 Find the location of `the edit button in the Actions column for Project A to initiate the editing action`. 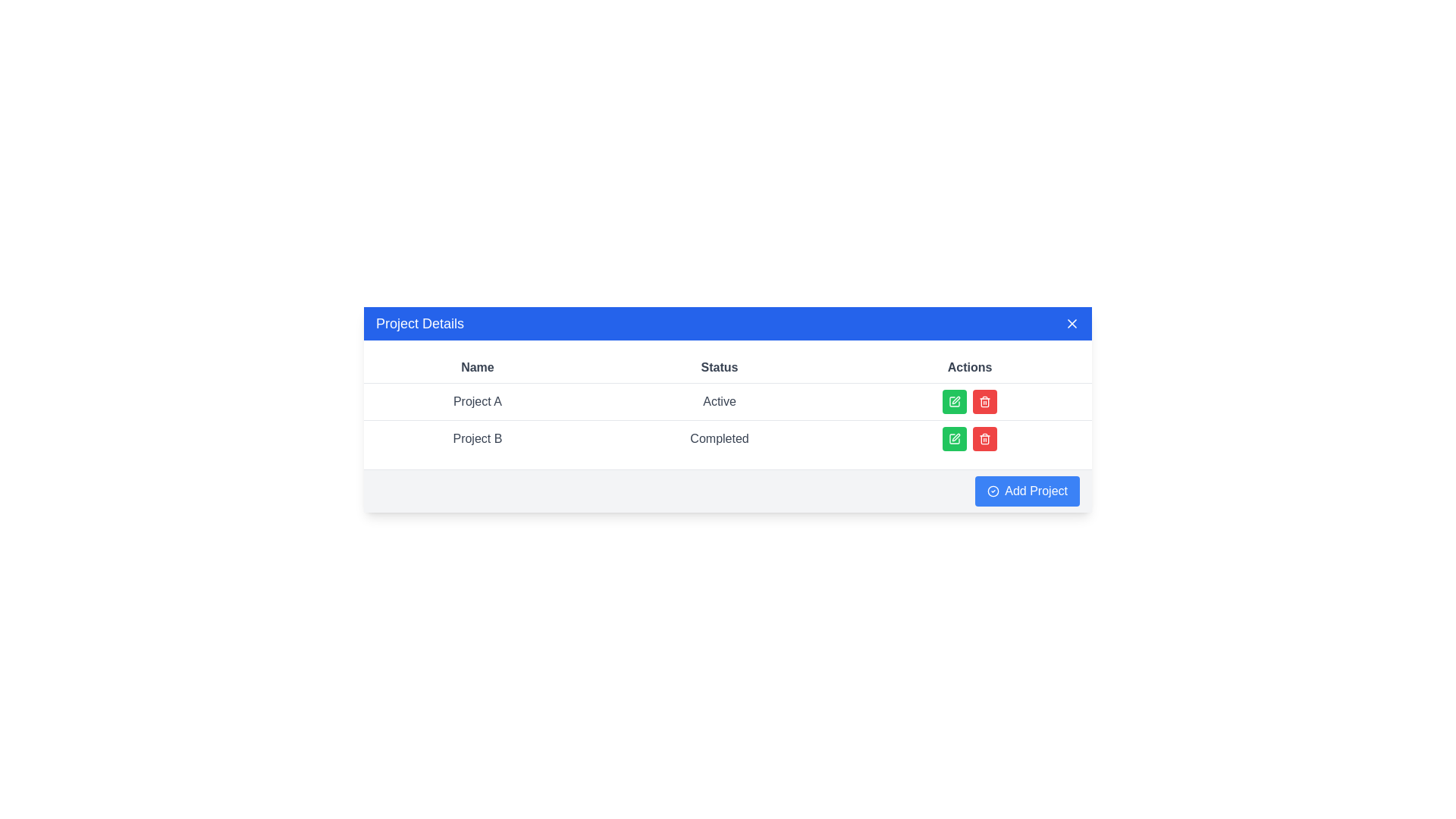

the edit button in the Actions column for Project A to initiate the editing action is located at coordinates (954, 438).